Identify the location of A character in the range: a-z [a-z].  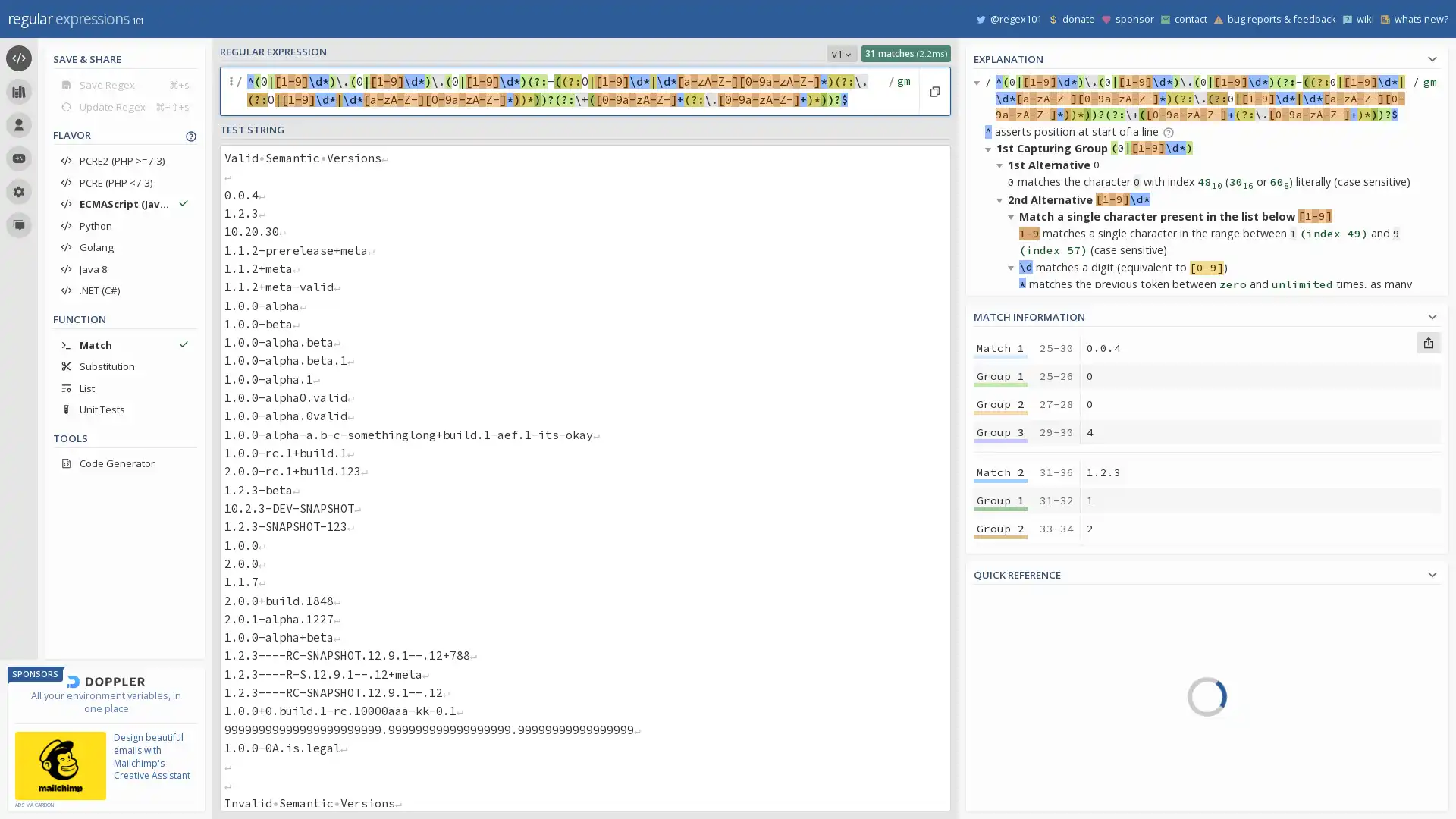
(1282, 643).